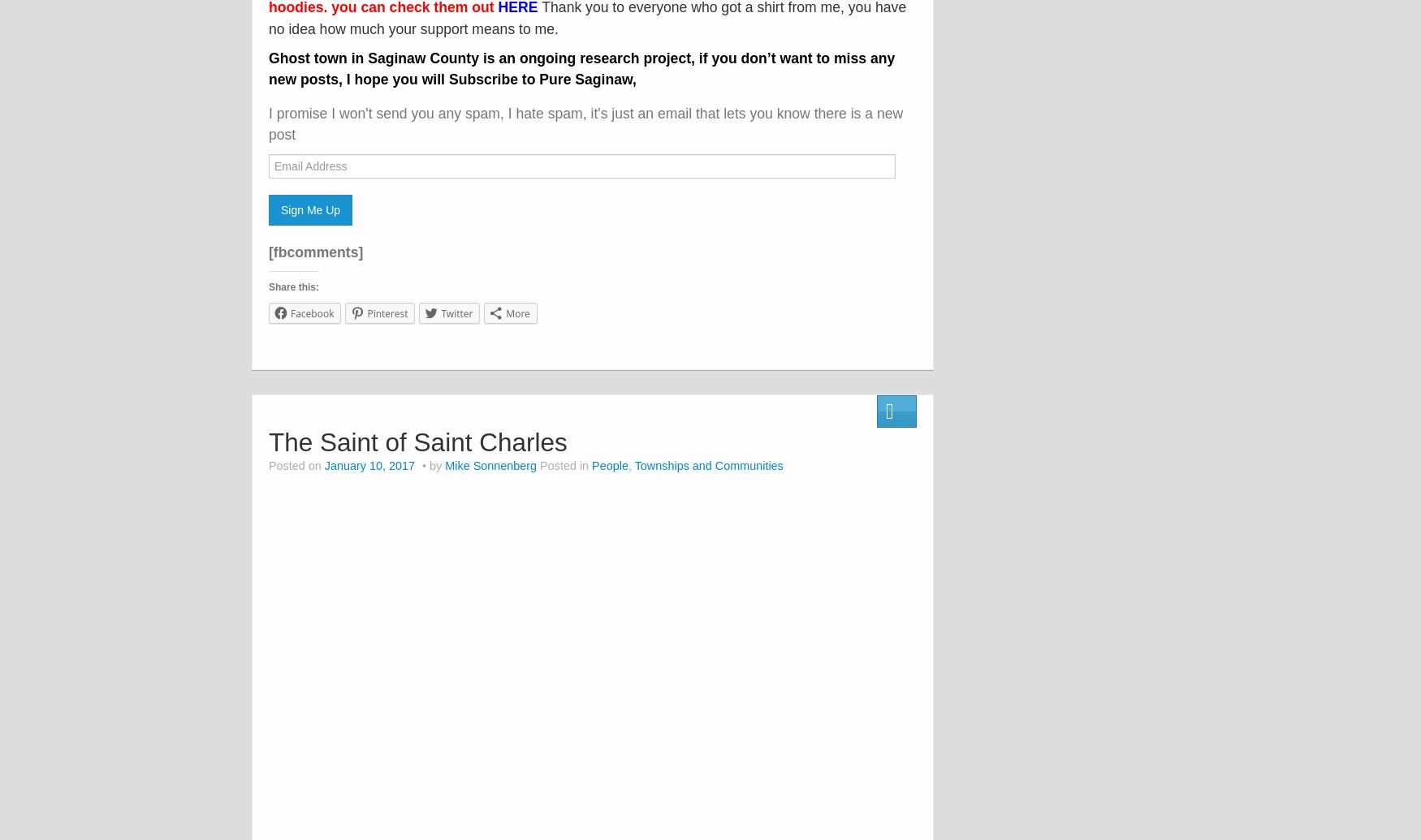  Describe the element at coordinates (417, 440) in the screenshot. I see `'The Saint of Saint Charles'` at that location.